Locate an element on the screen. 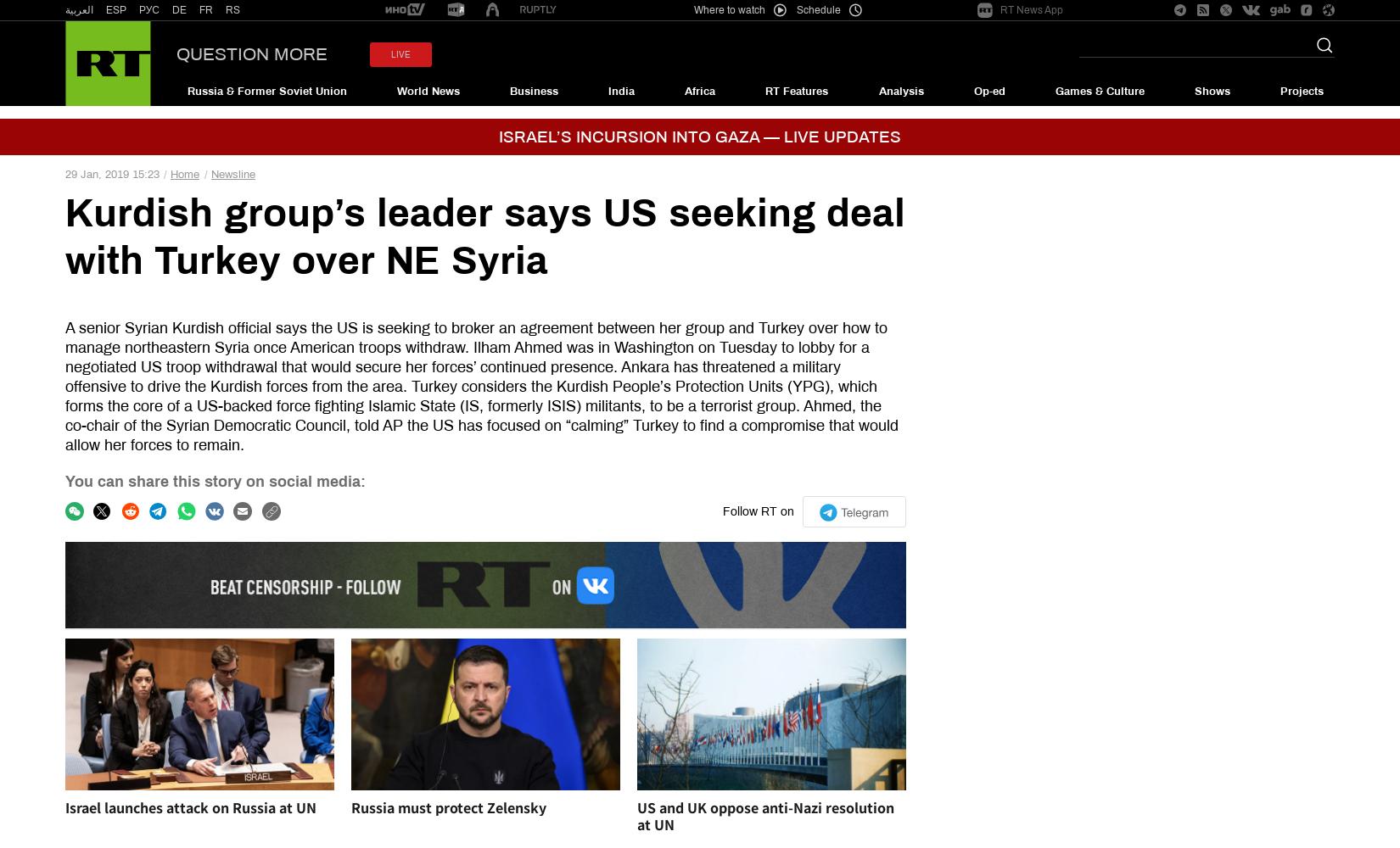 This screenshot has height=848, width=1400. 'Shows' is located at coordinates (1211, 90).